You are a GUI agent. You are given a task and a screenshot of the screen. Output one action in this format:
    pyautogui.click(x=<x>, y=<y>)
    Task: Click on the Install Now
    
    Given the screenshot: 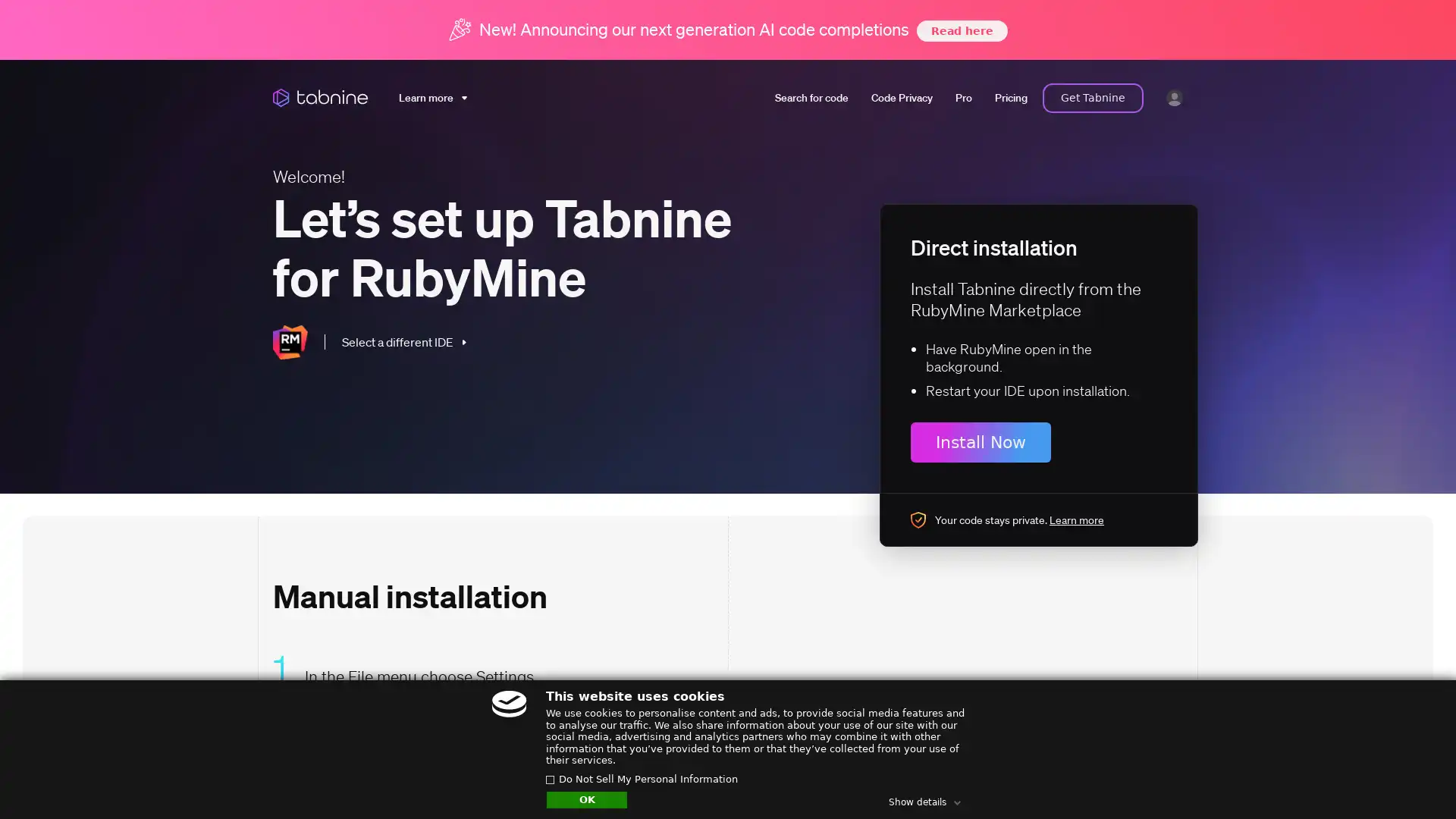 What is the action you would take?
    pyautogui.click(x=981, y=442)
    